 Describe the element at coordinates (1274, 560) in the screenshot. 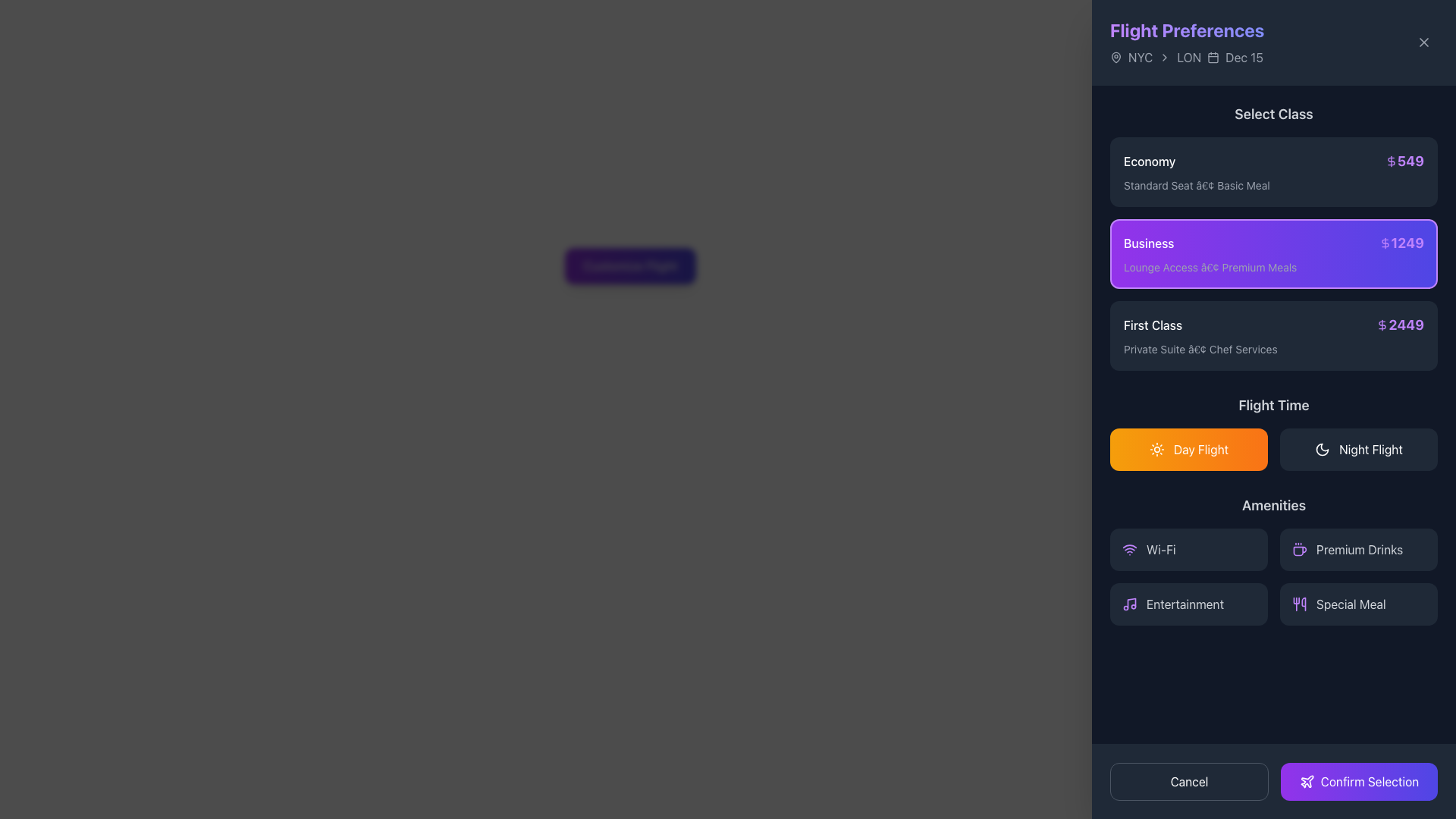

I see `available amenities in the section titled 'Amenities' located in the bottom portion of the right panel under the 'Flight Time' options` at that location.